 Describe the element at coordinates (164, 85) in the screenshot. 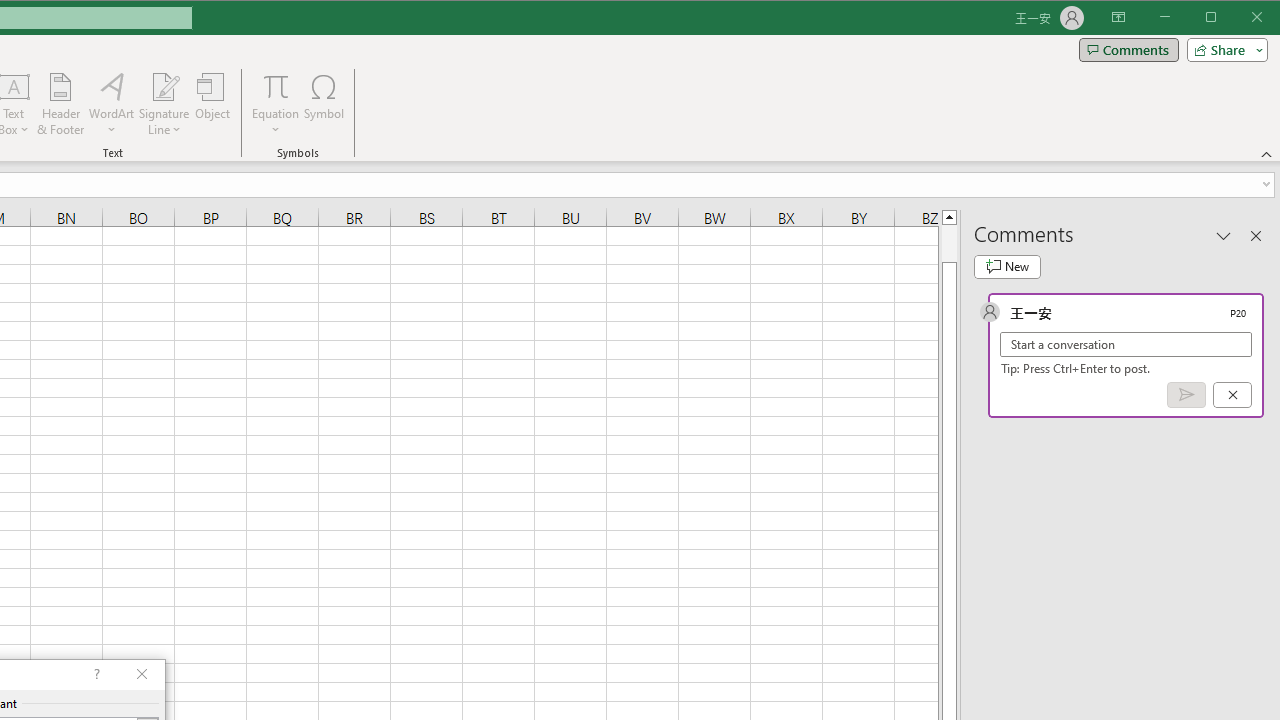

I see `'Signature Line'` at that location.